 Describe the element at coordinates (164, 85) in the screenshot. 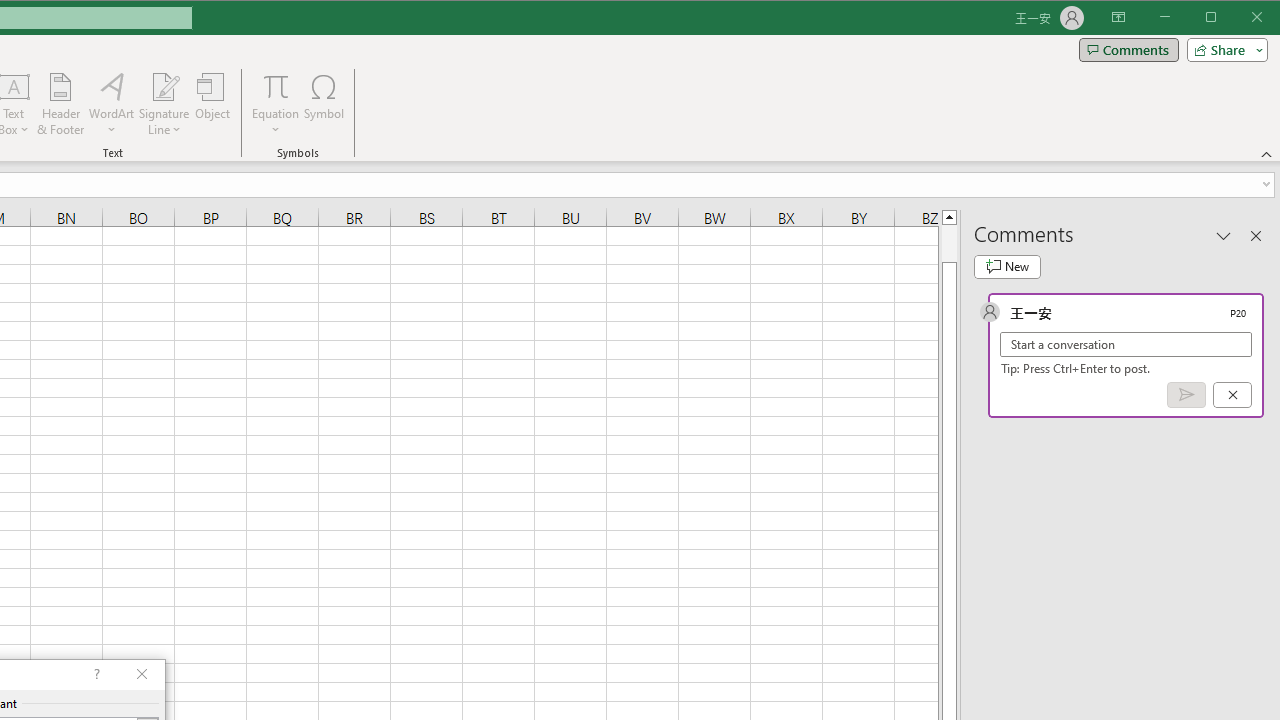

I see `'Signature Line'` at that location.